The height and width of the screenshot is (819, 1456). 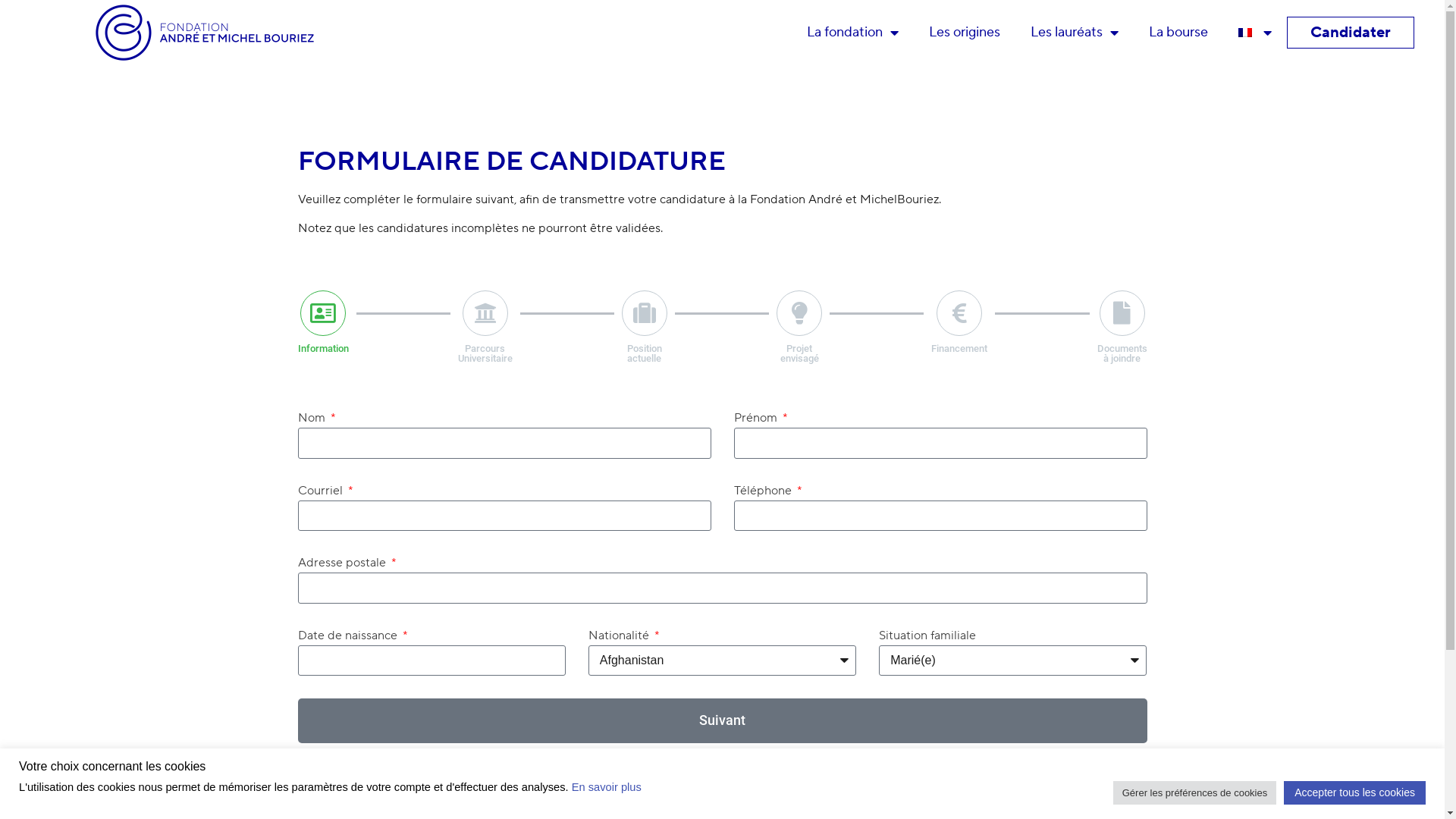 I want to click on 'La fondation', so click(x=790, y=32).